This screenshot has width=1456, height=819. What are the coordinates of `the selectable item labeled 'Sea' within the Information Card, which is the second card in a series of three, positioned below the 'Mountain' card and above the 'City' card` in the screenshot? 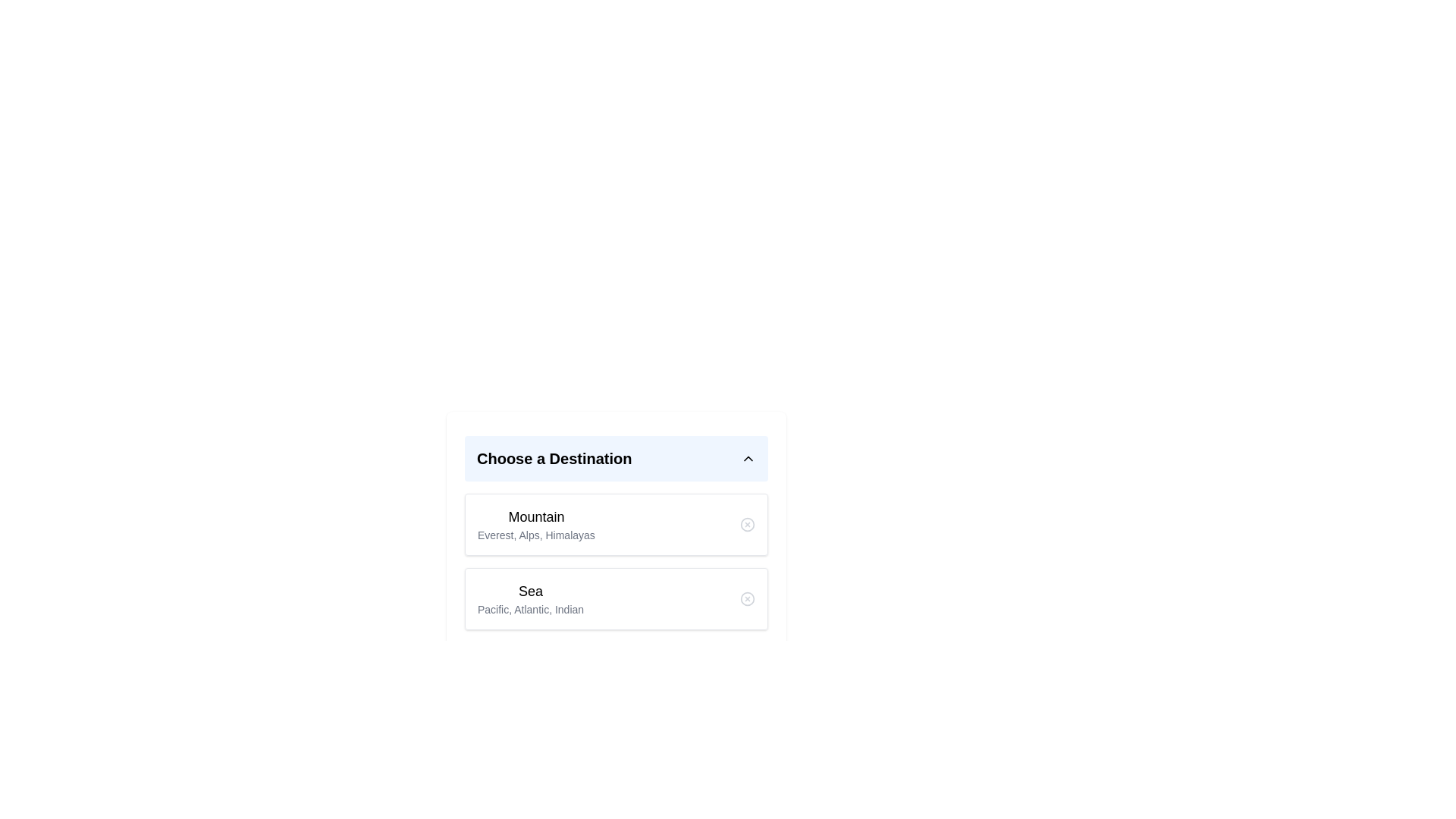 It's located at (616, 598).